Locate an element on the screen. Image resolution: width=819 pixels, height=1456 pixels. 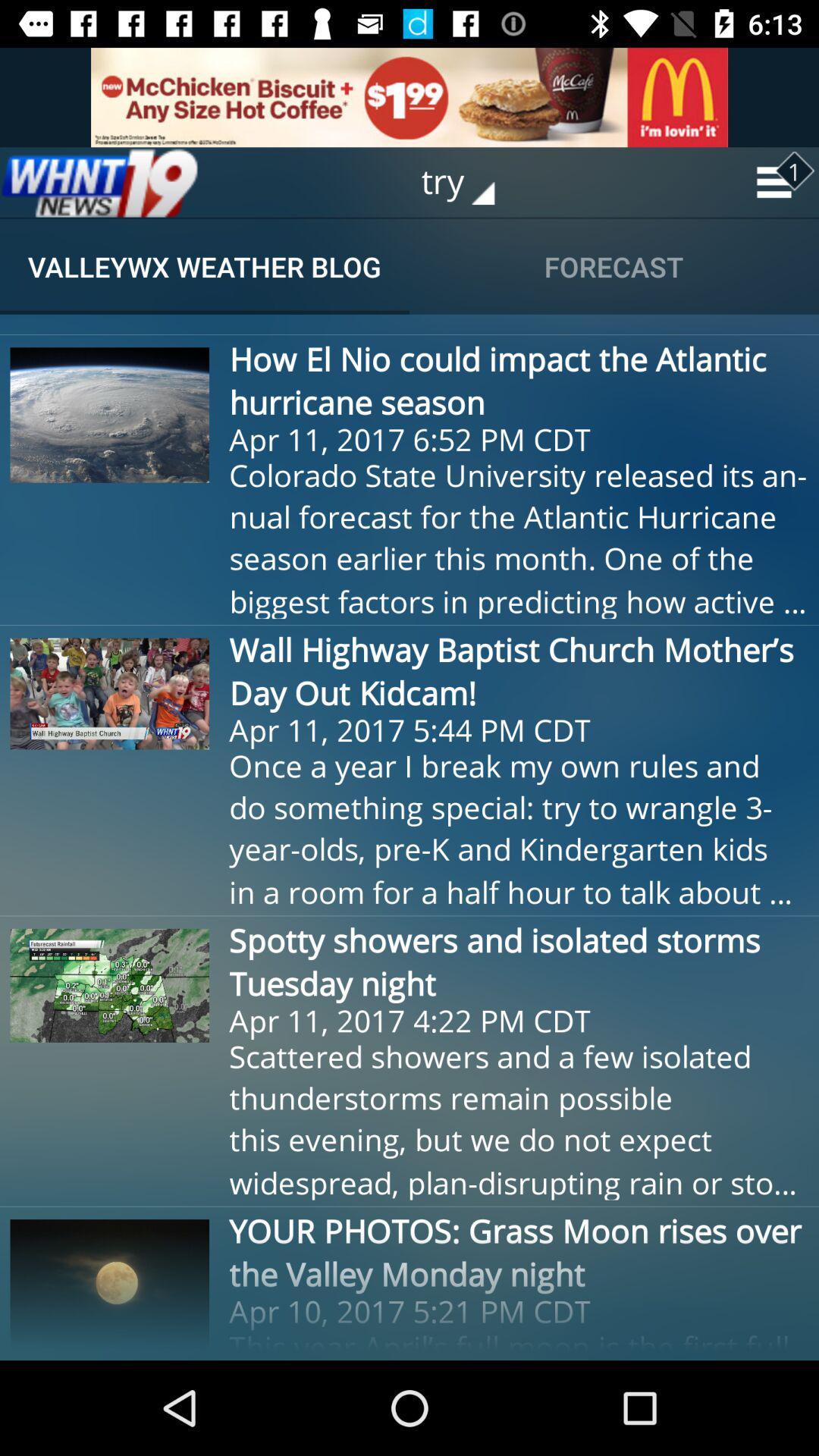
the item to the left of try icon is located at coordinates (99, 182).